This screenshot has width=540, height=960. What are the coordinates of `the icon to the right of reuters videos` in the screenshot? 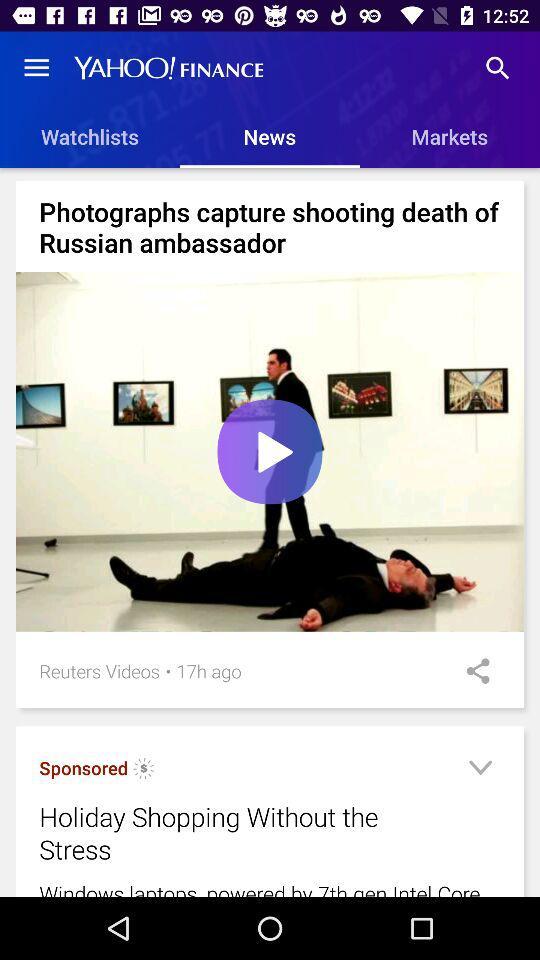 It's located at (167, 671).